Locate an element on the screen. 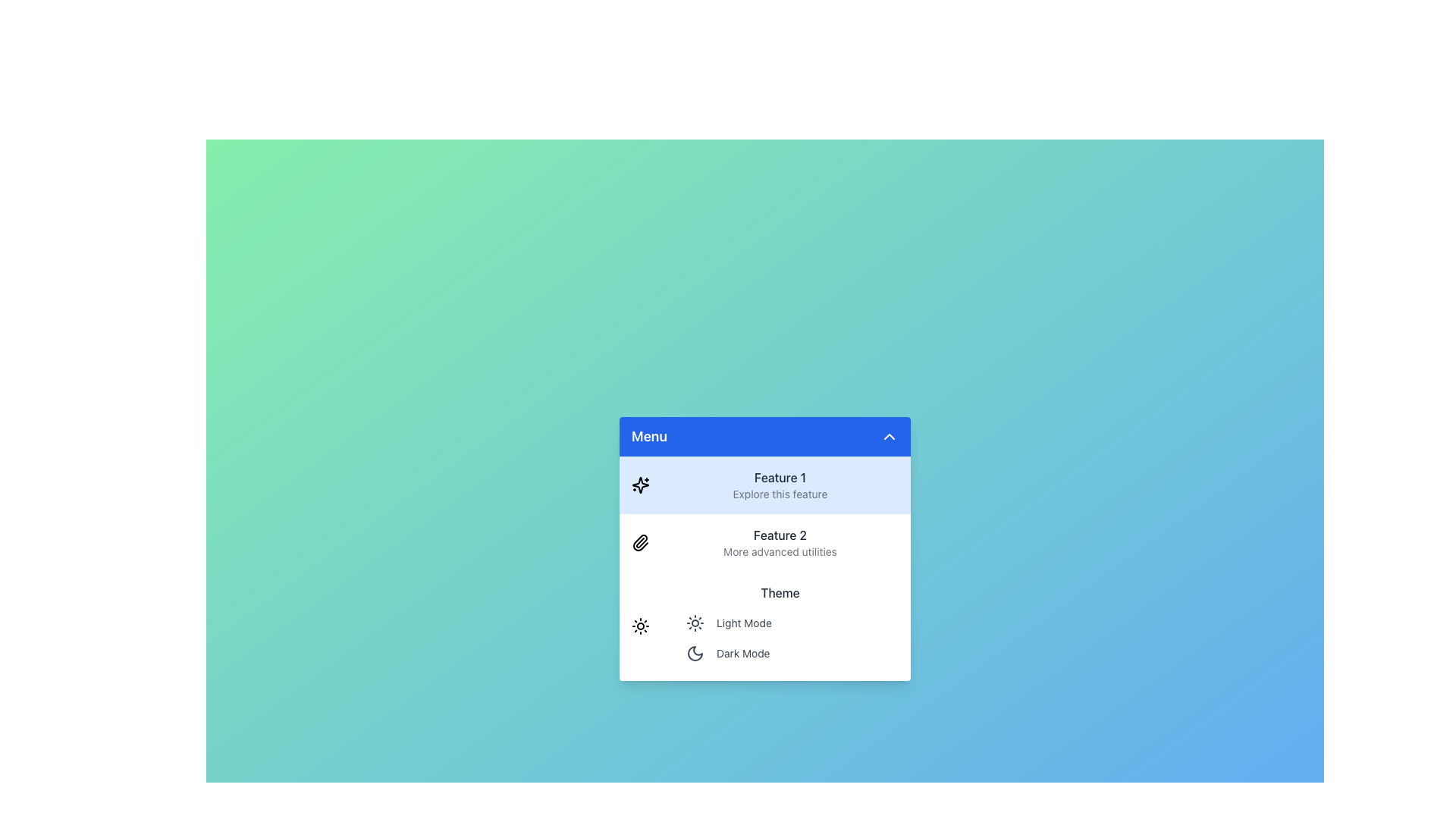  the graphical icon representing the 'Feature 2' menu option, which is located to the left of the text labels 'Feature 2' and 'More advanced utilities' in the second menu entry under the 'Menu' section is located at coordinates (640, 542).